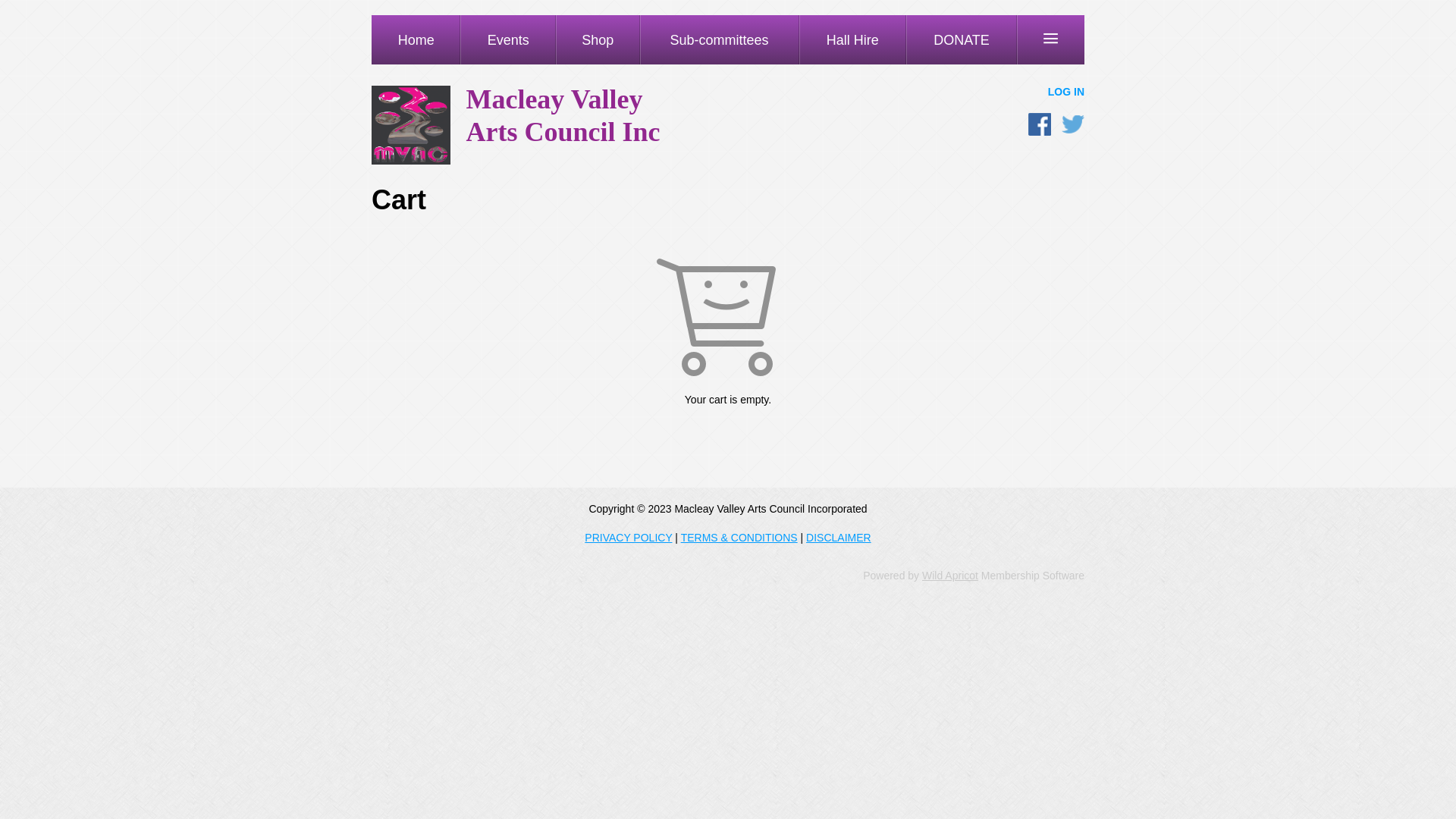  Describe the element at coordinates (837, 537) in the screenshot. I see `'DISCLAIMER'` at that location.